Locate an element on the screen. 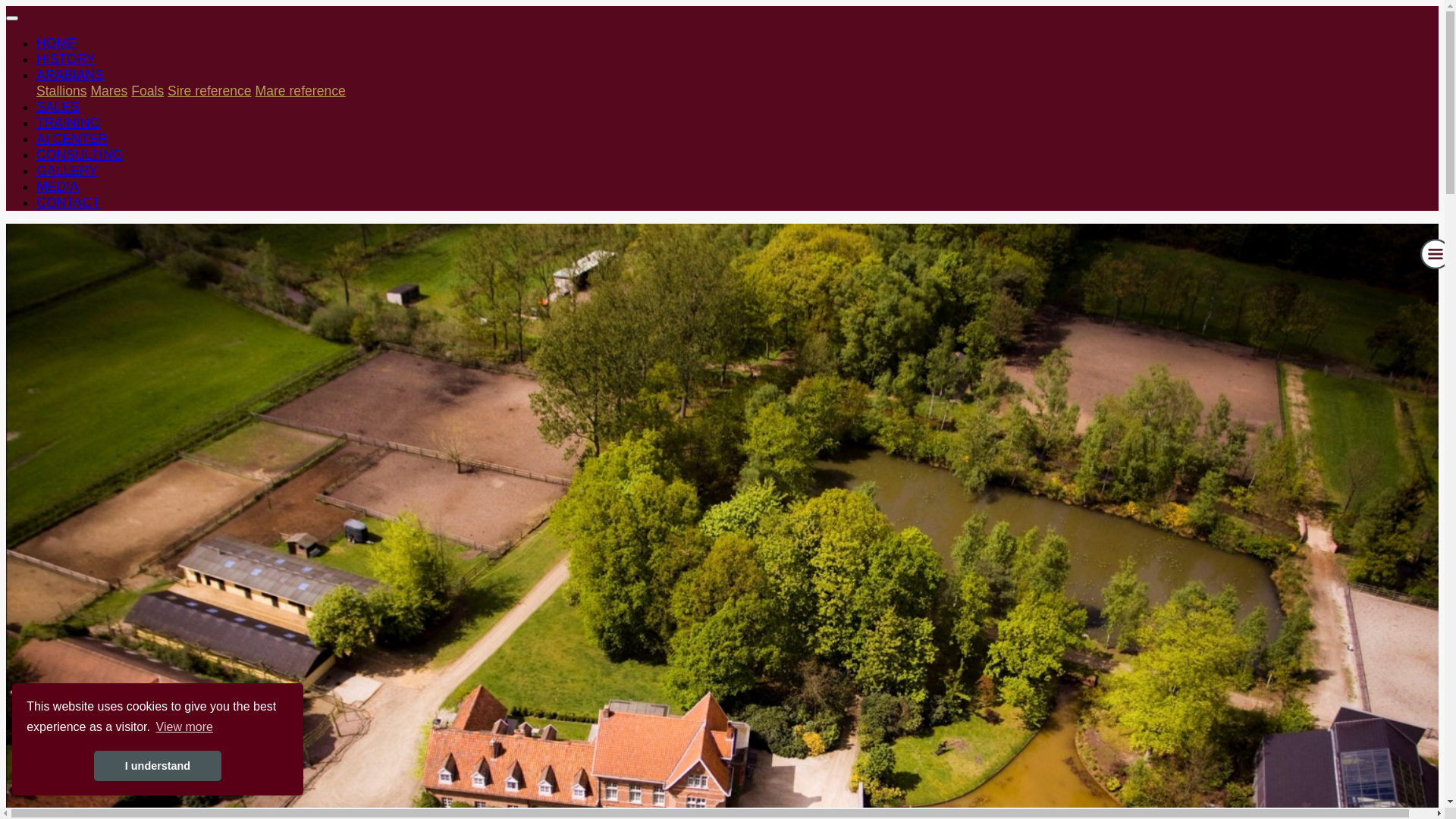 The width and height of the screenshot is (1456, 819). 'CONSULTING' is located at coordinates (36, 155).